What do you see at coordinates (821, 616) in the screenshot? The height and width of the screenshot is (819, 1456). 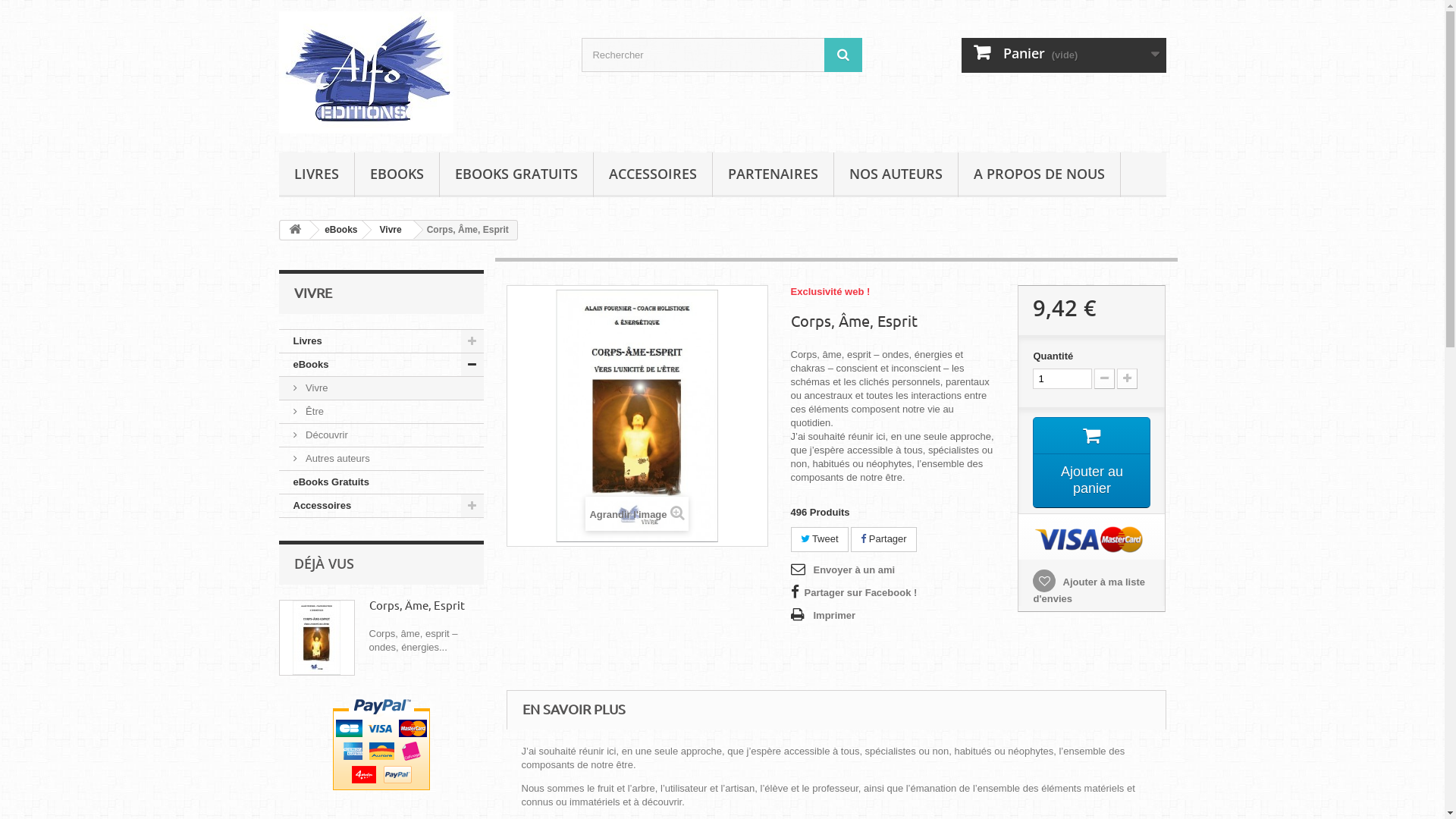 I see `'Imprimer'` at bounding box center [821, 616].